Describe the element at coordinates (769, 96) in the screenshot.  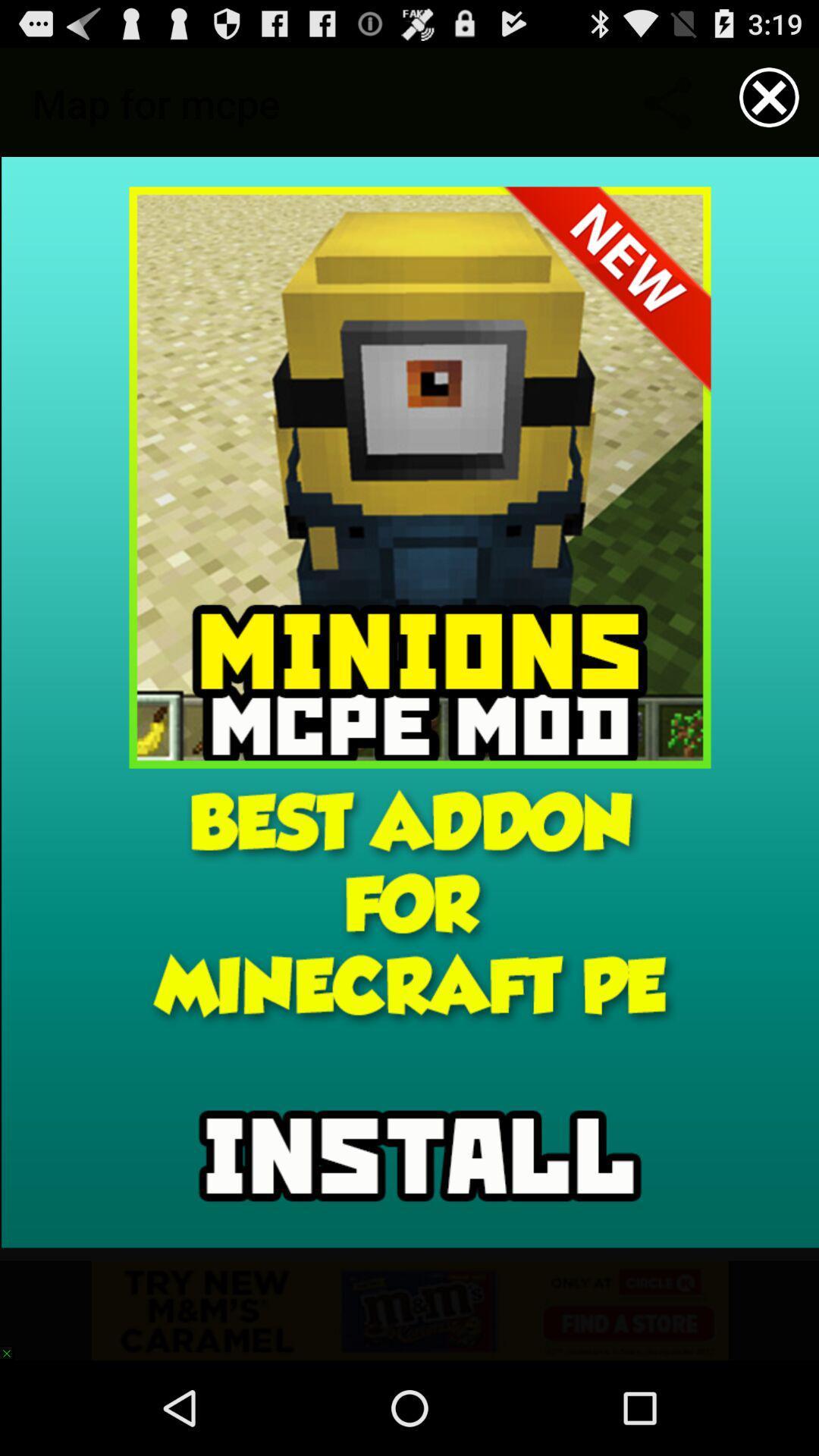
I see `current page` at that location.